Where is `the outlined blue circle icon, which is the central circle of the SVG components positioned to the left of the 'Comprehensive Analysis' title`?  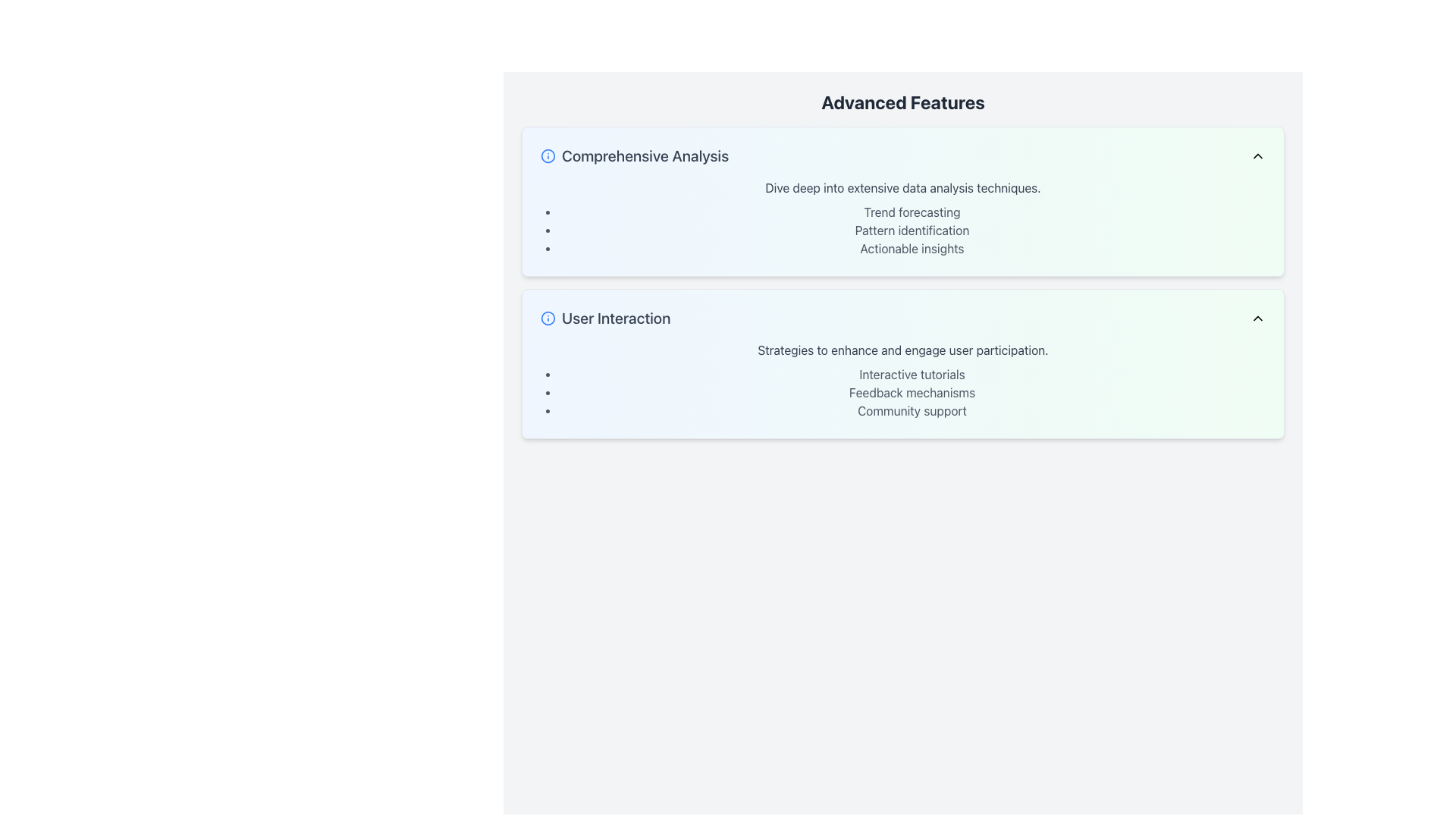
the outlined blue circle icon, which is the central circle of the SVG components positioned to the left of the 'Comprehensive Analysis' title is located at coordinates (548, 155).